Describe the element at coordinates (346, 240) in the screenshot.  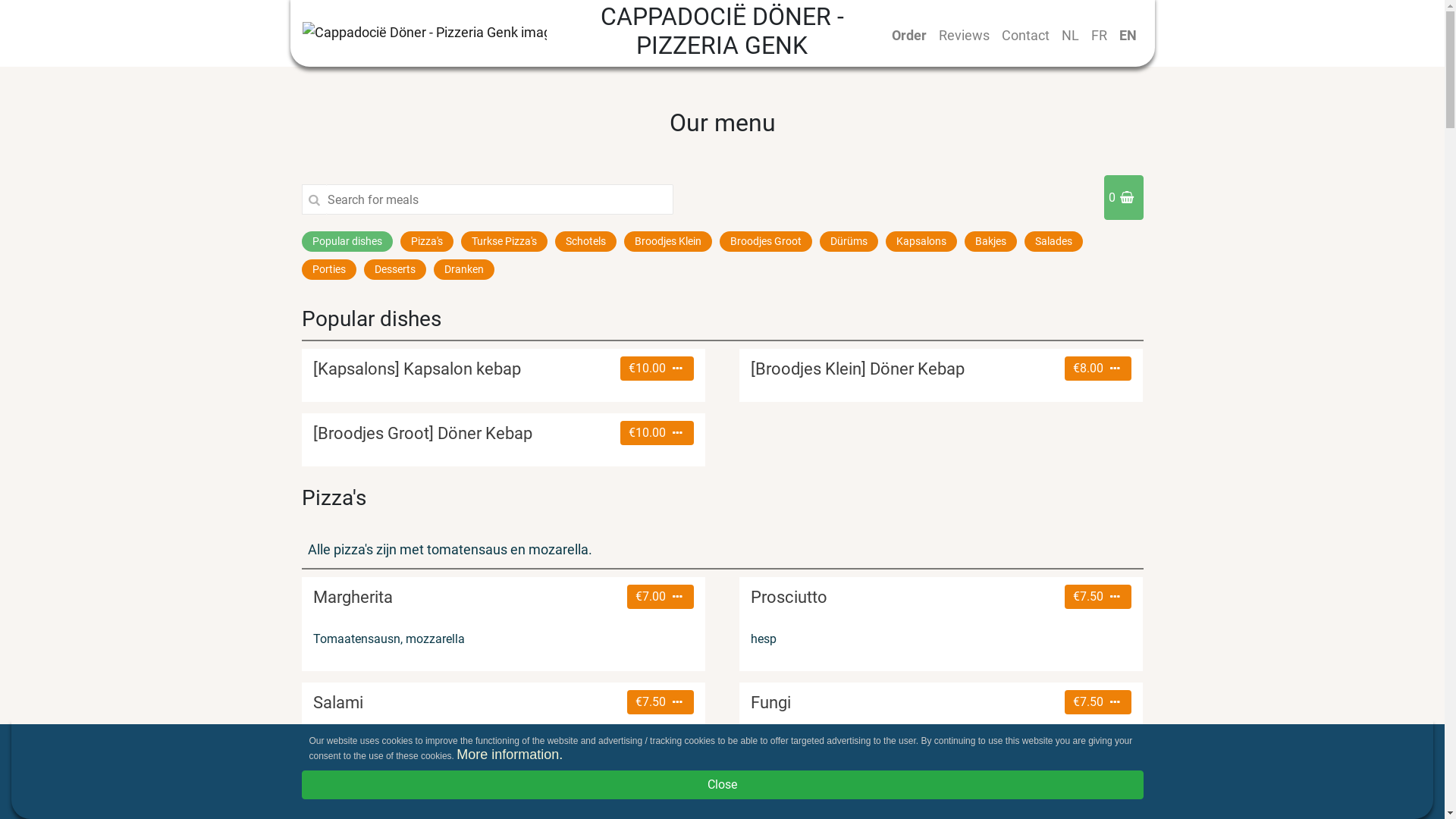
I see `'Popular dishes'` at that location.